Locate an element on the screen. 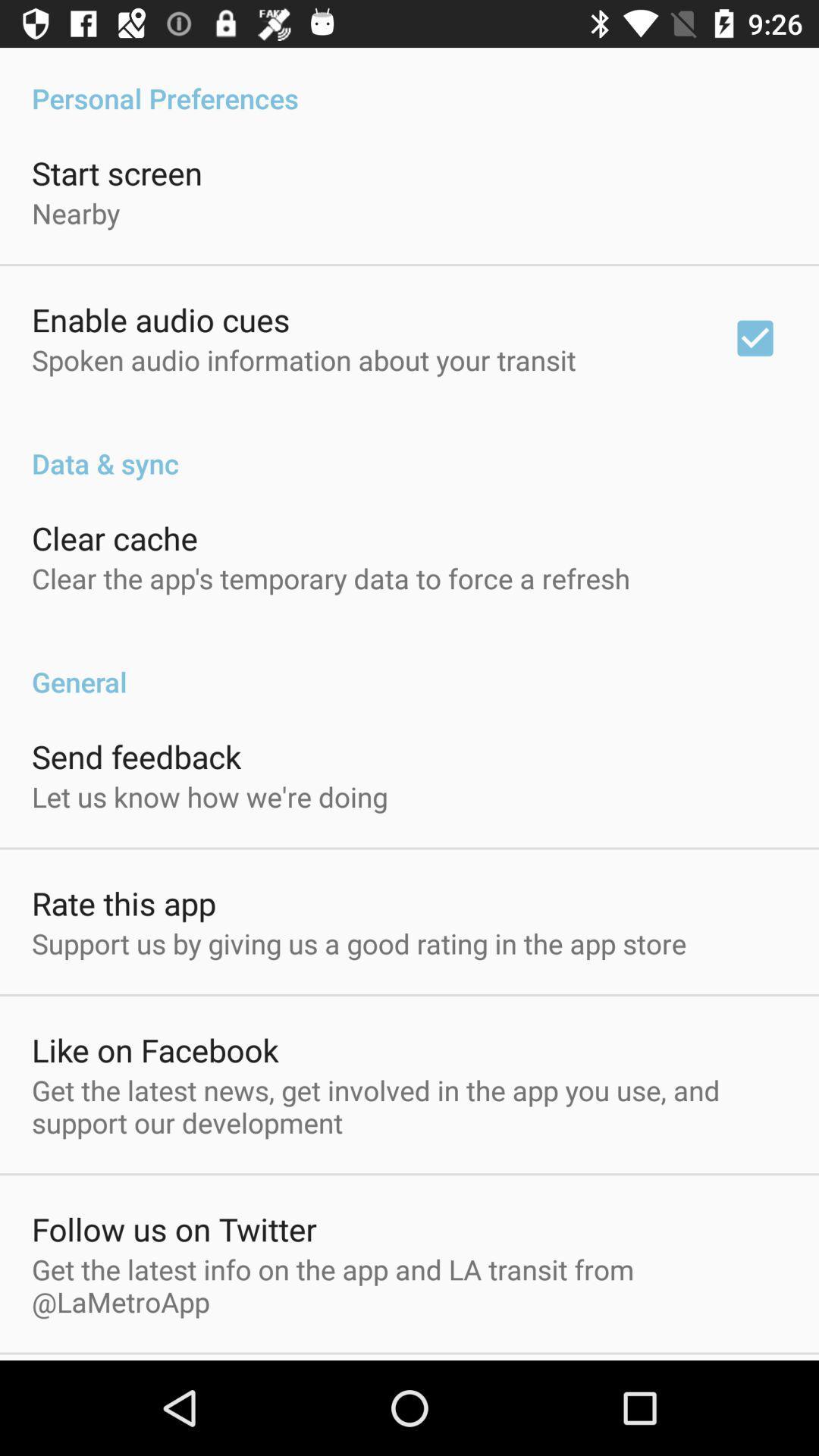 The width and height of the screenshot is (819, 1456). icon below the start screen item is located at coordinates (76, 212).